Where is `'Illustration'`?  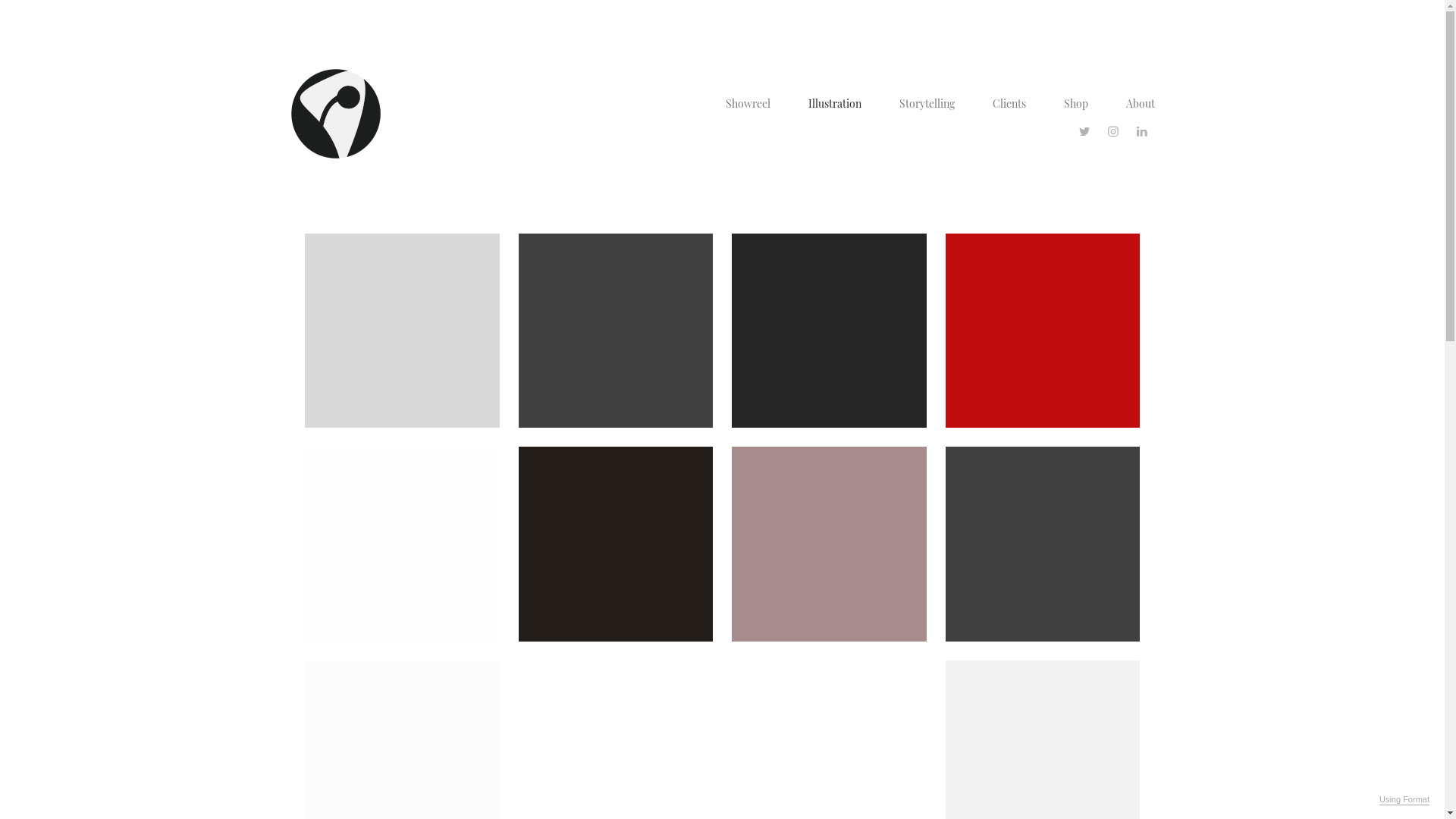 'Illustration' is located at coordinates (833, 102).